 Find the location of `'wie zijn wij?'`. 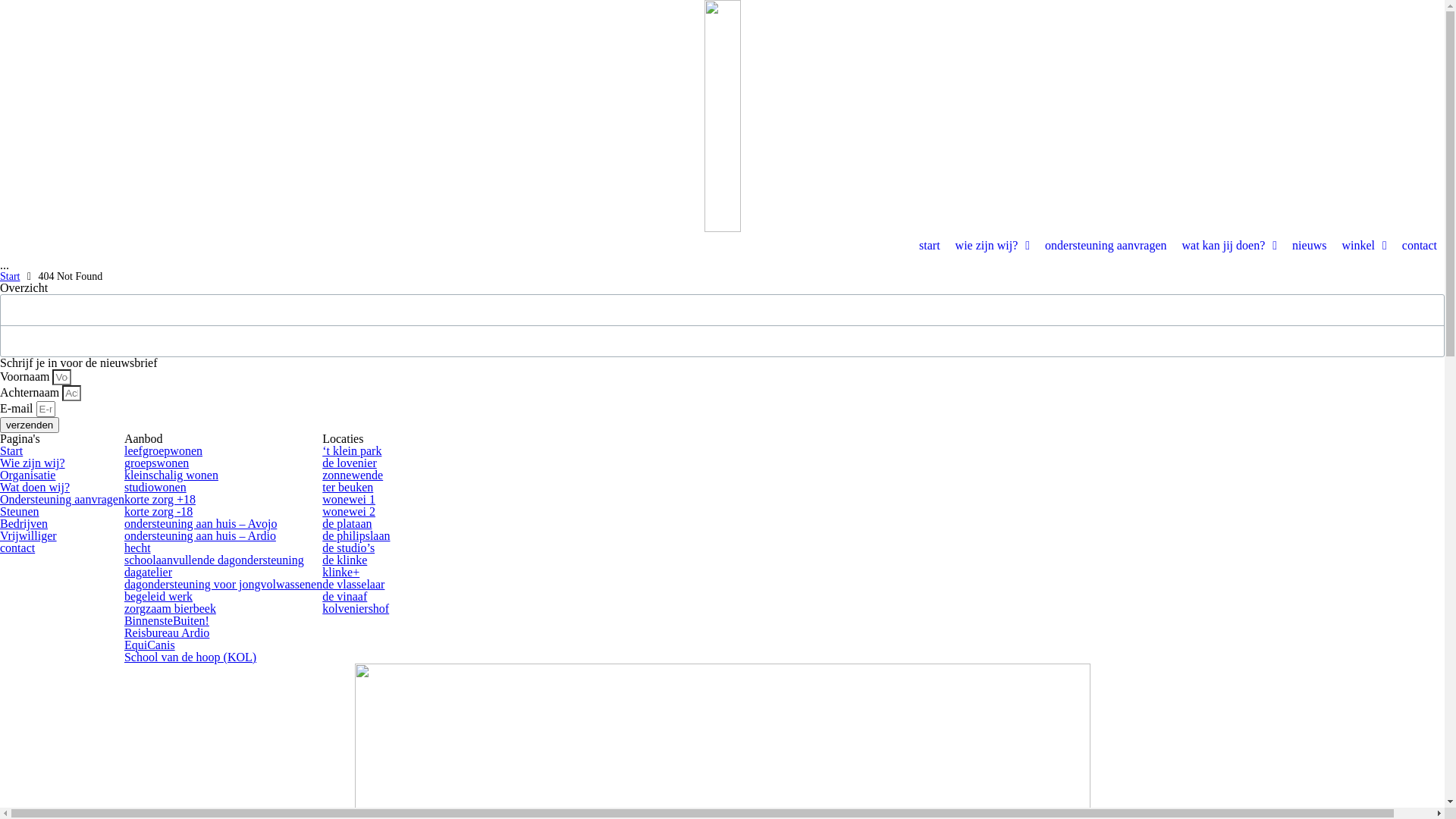

'wie zijn wij?' is located at coordinates (993, 245).